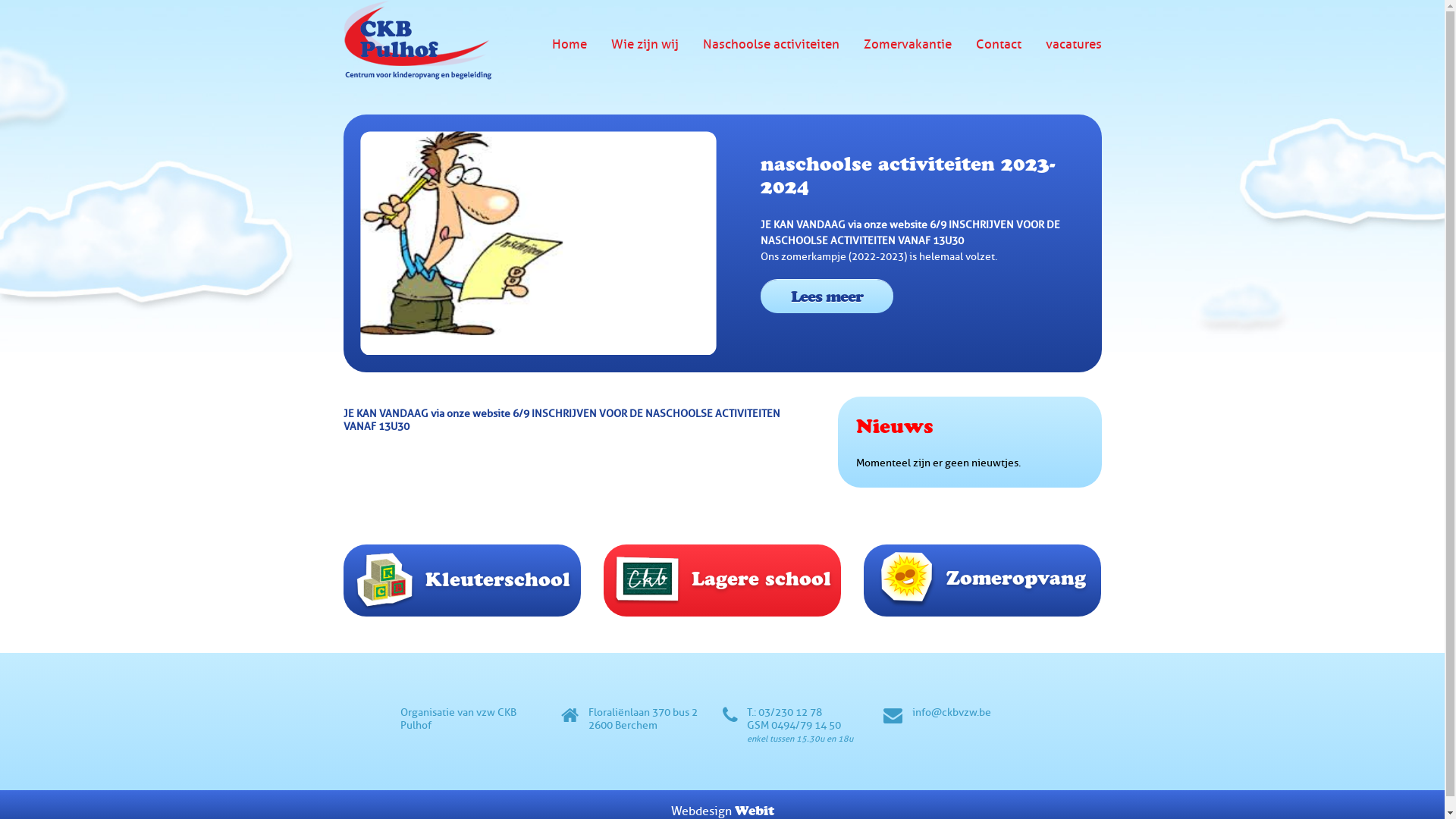 The image size is (1456, 819). I want to click on 'GSM 0494/79 14 50', so click(746, 724).